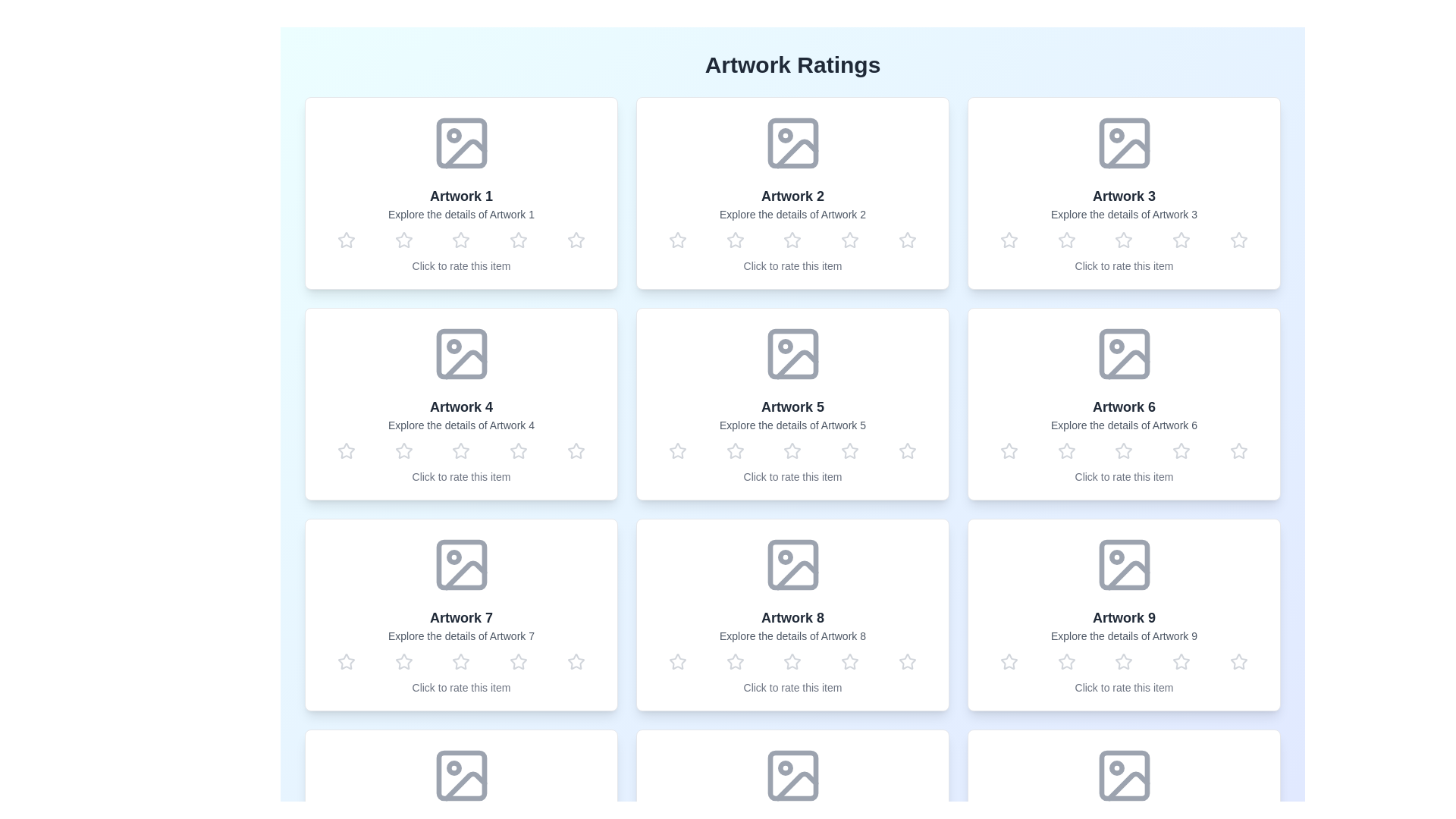 The width and height of the screenshot is (1456, 819). Describe the element at coordinates (403, 239) in the screenshot. I see `the star corresponding to 2 to observe interaction feedback` at that location.